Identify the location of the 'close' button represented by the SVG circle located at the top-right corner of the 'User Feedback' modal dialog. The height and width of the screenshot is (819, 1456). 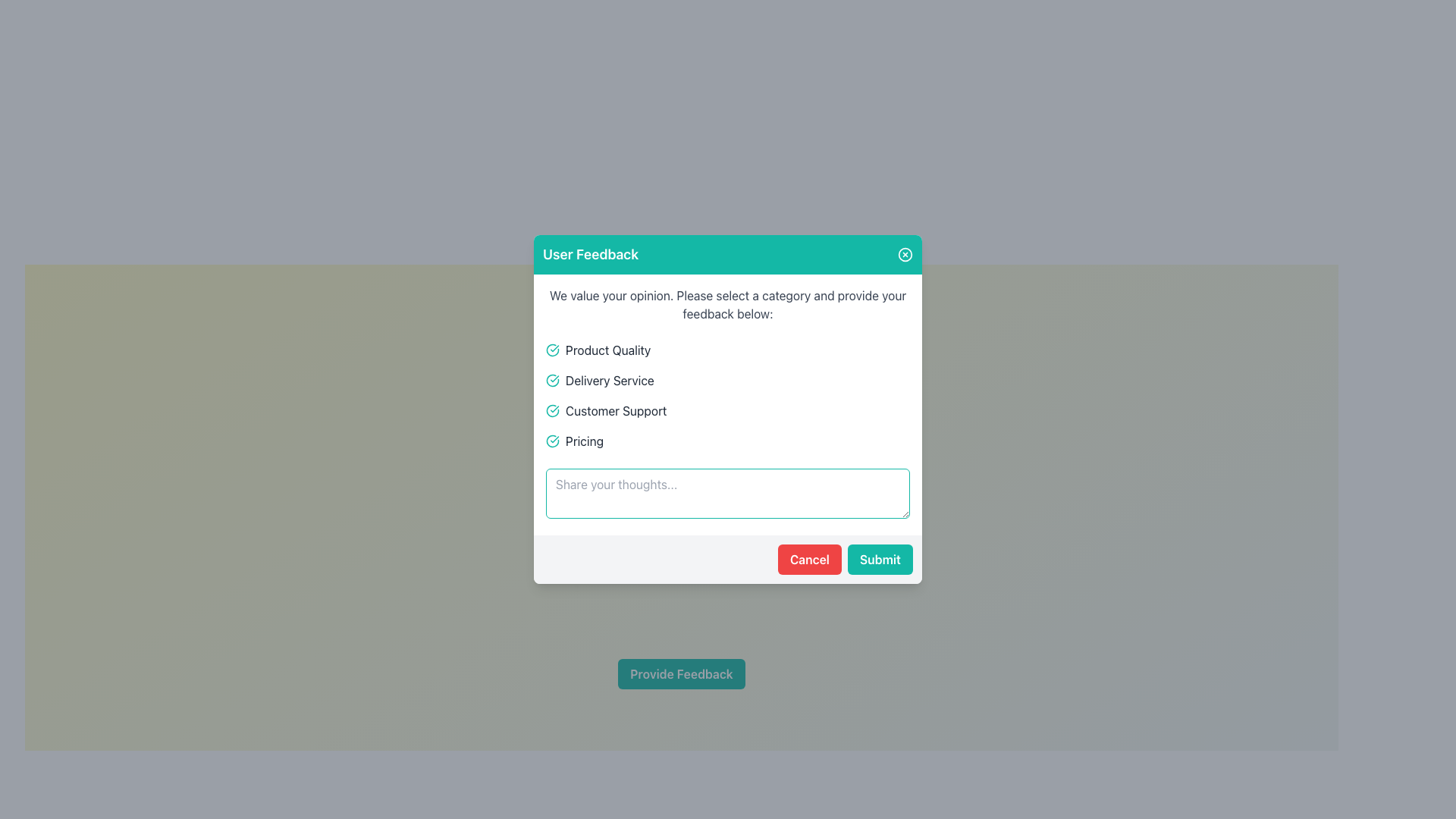
(905, 253).